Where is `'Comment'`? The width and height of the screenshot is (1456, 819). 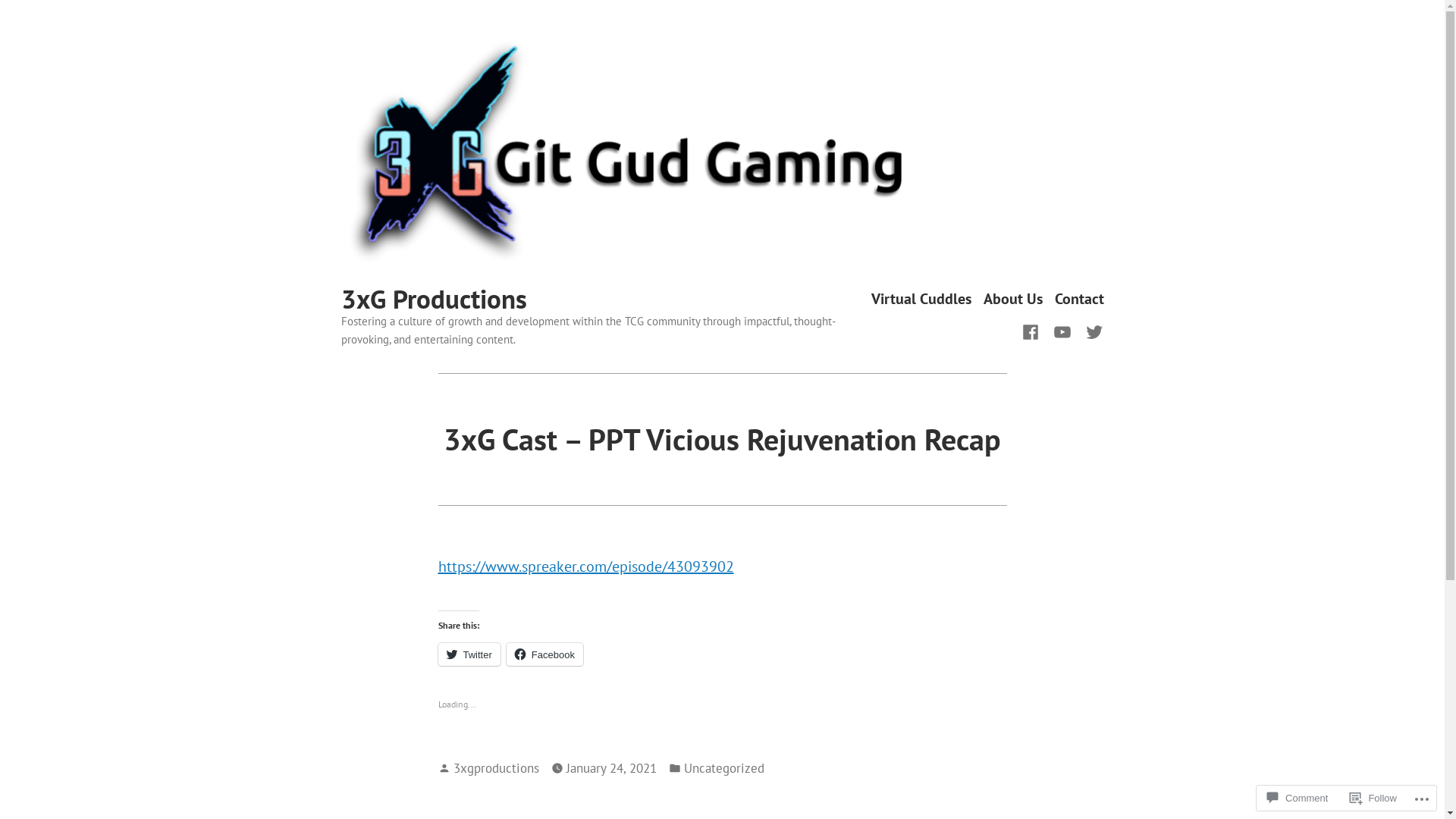 'Comment' is located at coordinates (1296, 797).